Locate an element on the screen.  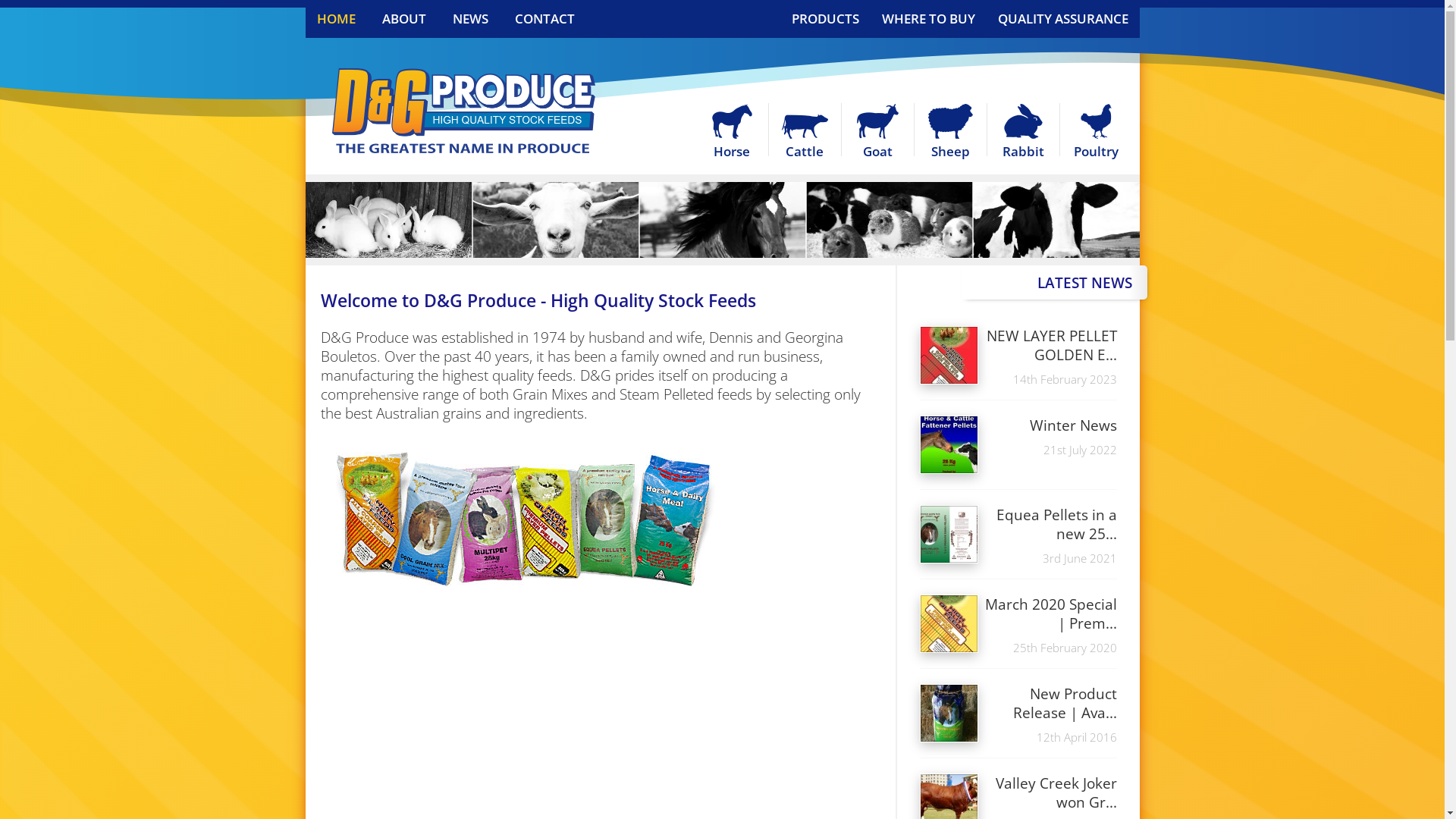
'HOME' is located at coordinates (335, 18).